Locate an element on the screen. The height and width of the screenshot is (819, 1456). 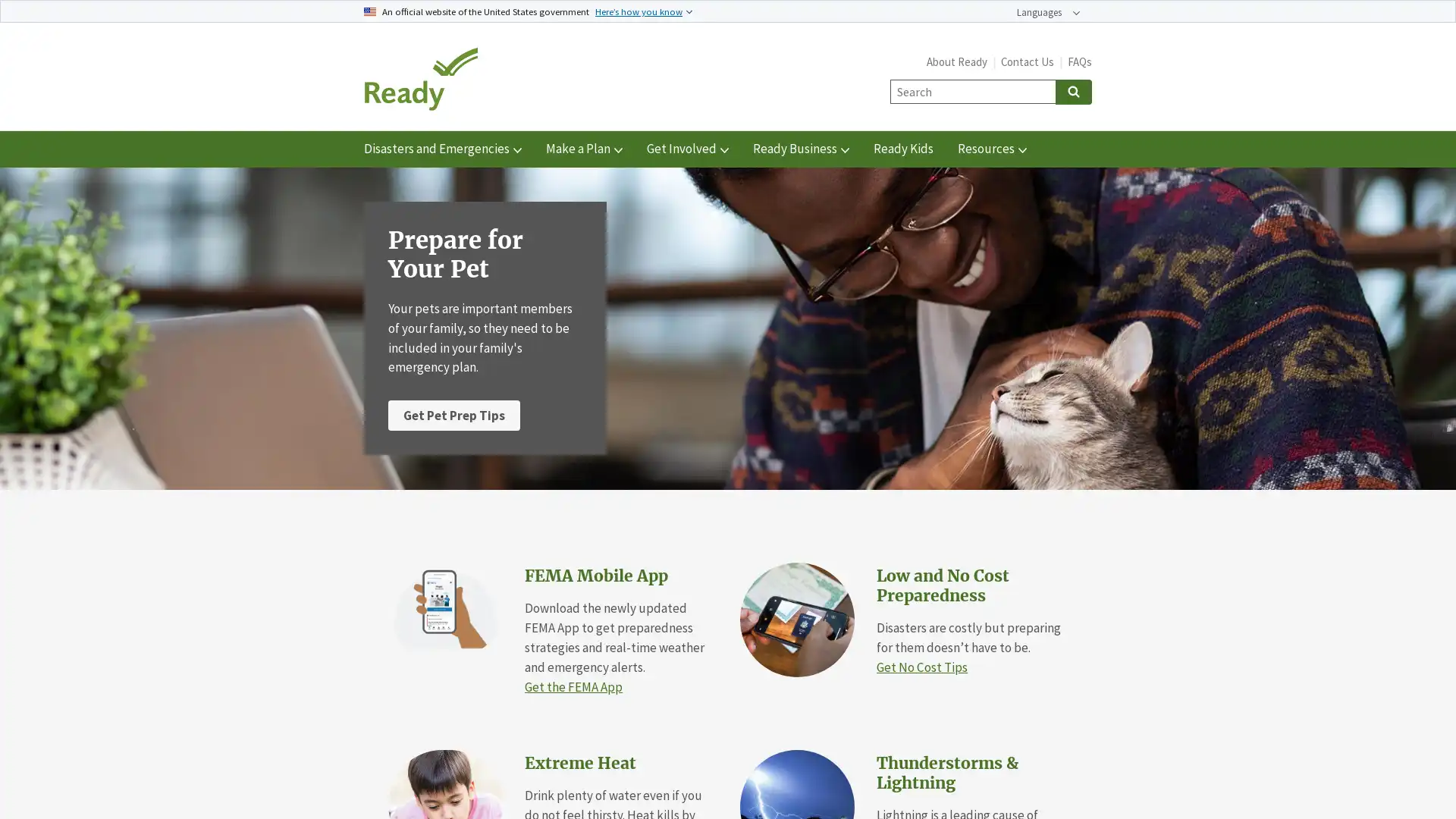
Disasters and Emergencies is located at coordinates (442, 149).